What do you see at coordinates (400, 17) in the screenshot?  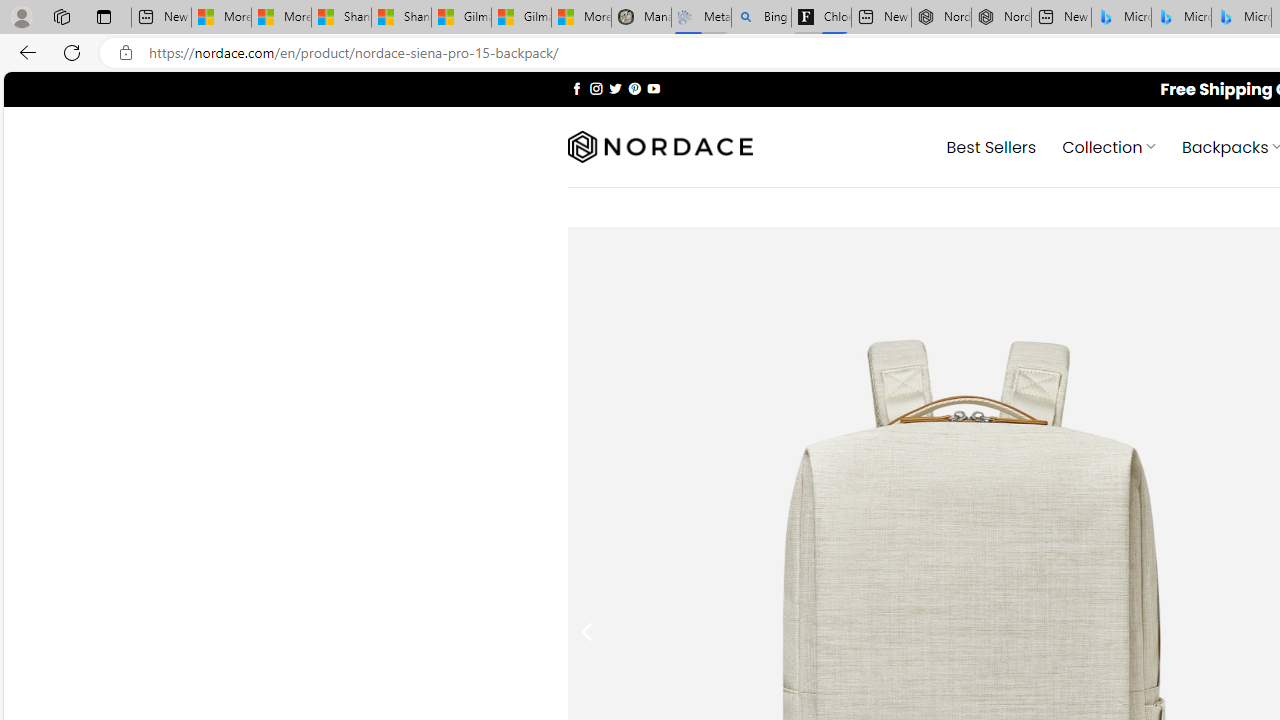 I see `'Shanghai, China weather forecast | Microsoft Weather'` at bounding box center [400, 17].